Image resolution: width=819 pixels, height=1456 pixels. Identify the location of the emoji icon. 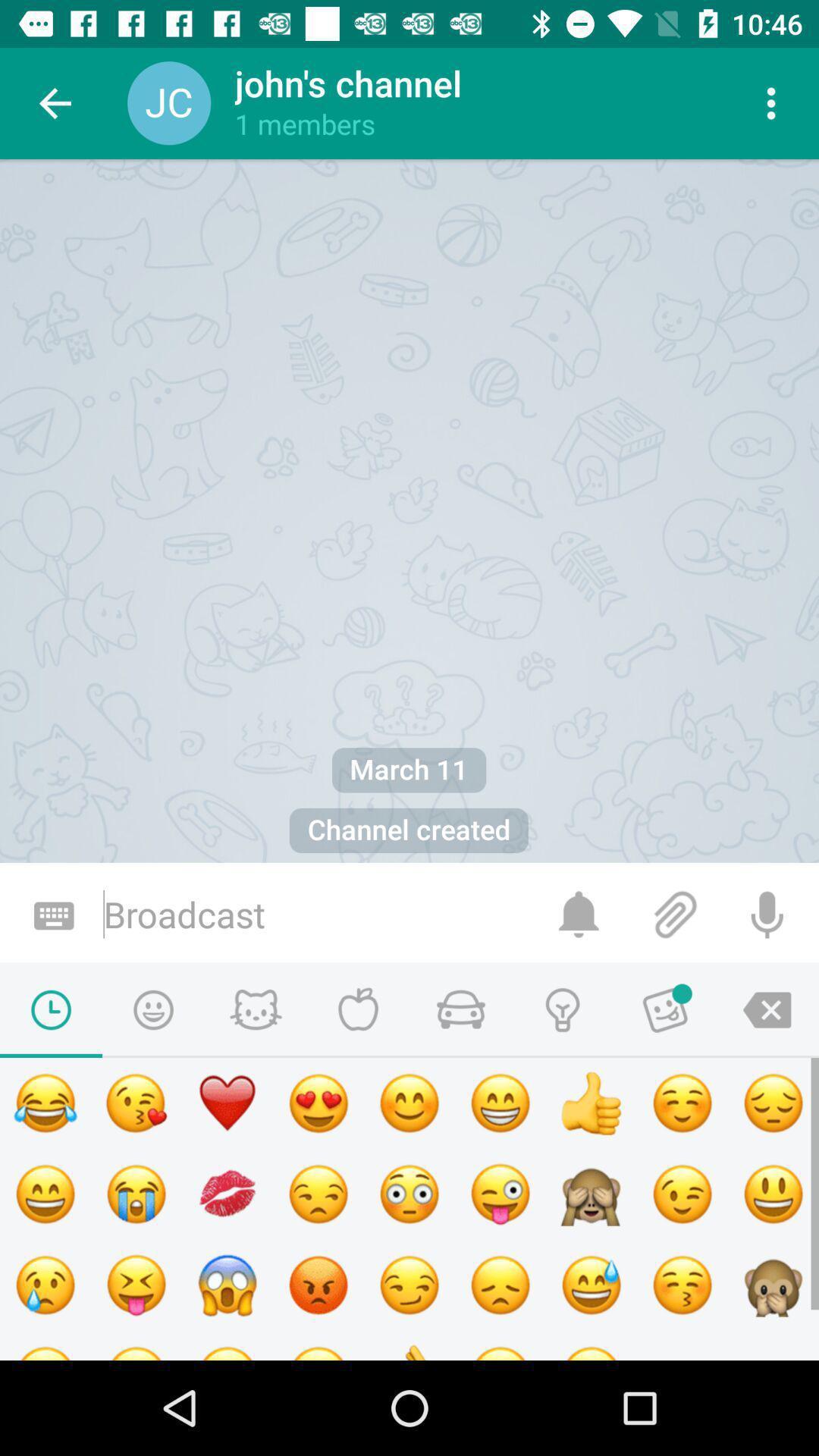
(409, 1103).